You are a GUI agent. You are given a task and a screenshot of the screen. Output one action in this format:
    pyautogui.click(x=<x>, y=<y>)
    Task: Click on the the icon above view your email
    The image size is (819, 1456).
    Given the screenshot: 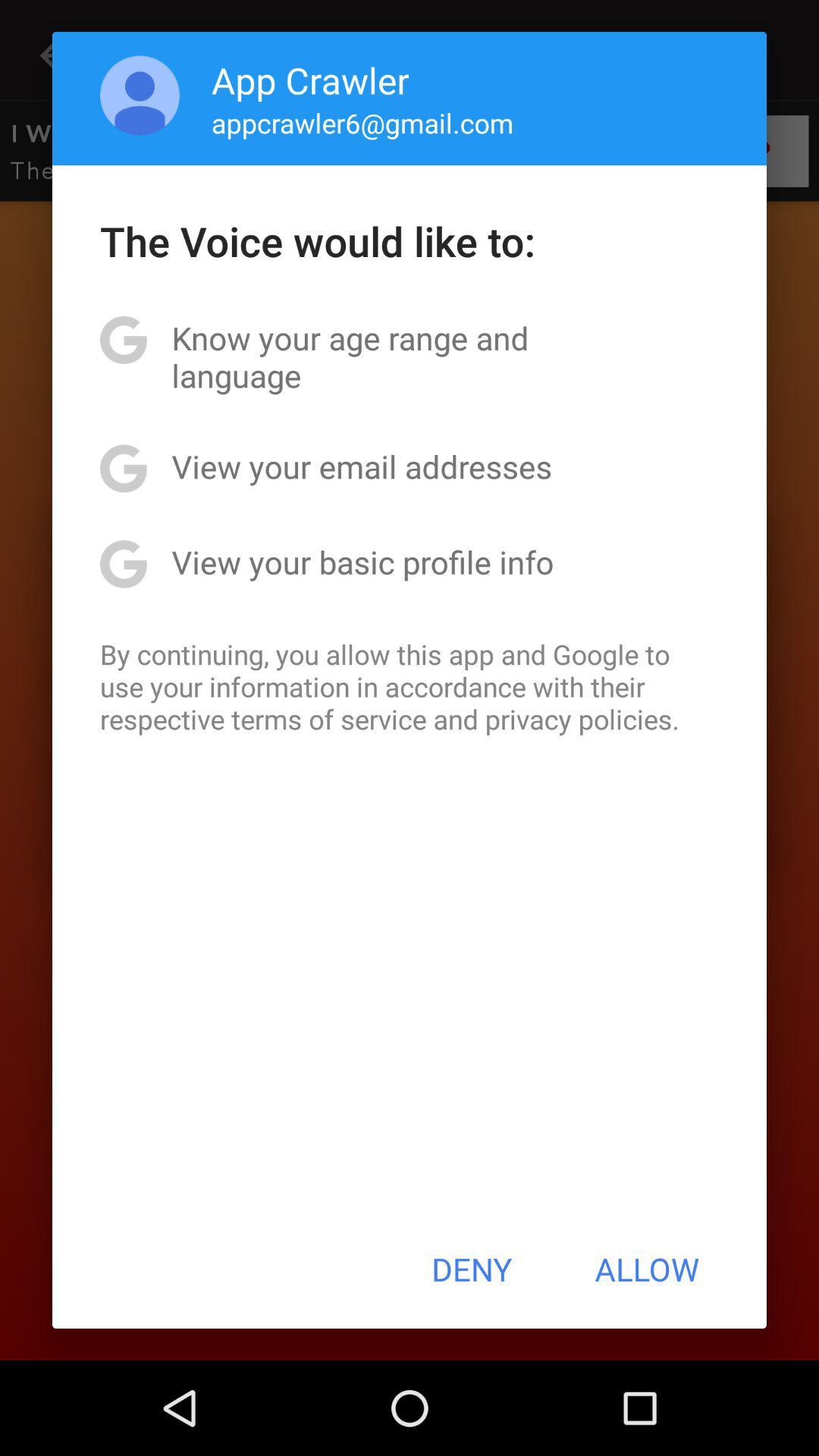 What is the action you would take?
    pyautogui.click(x=409, y=356)
    